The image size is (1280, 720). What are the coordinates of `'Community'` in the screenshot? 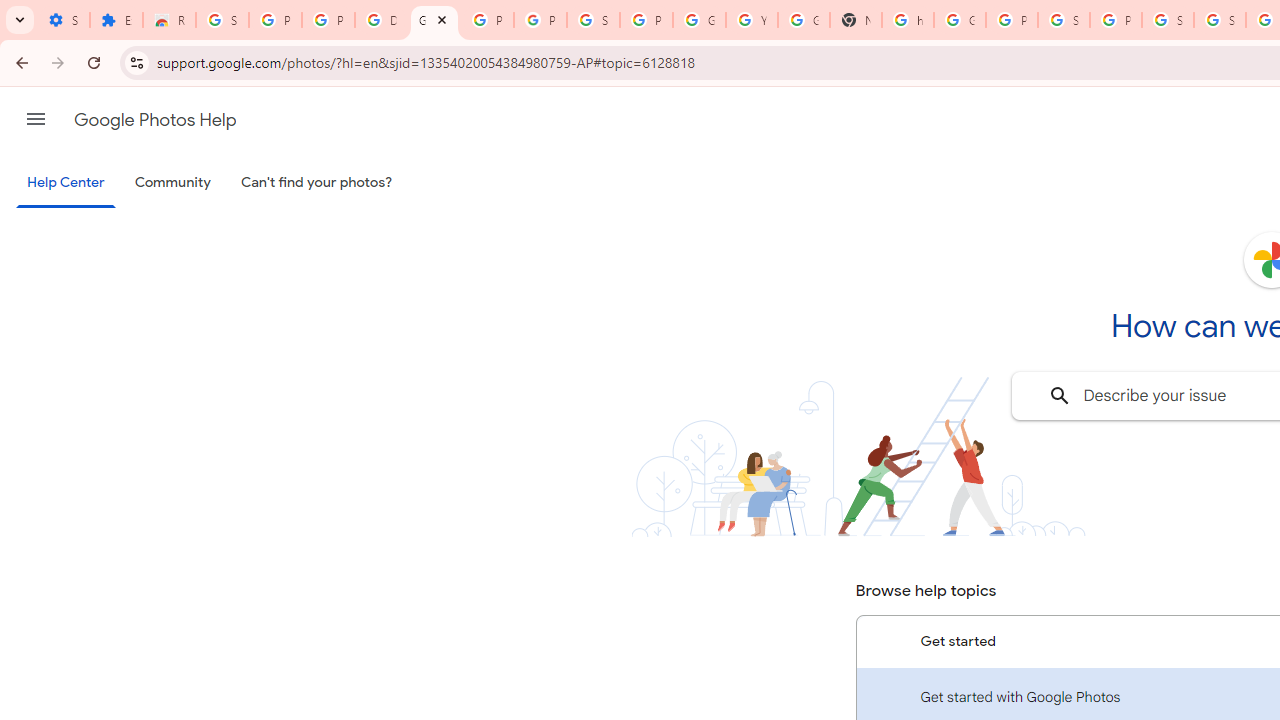 It's located at (172, 183).